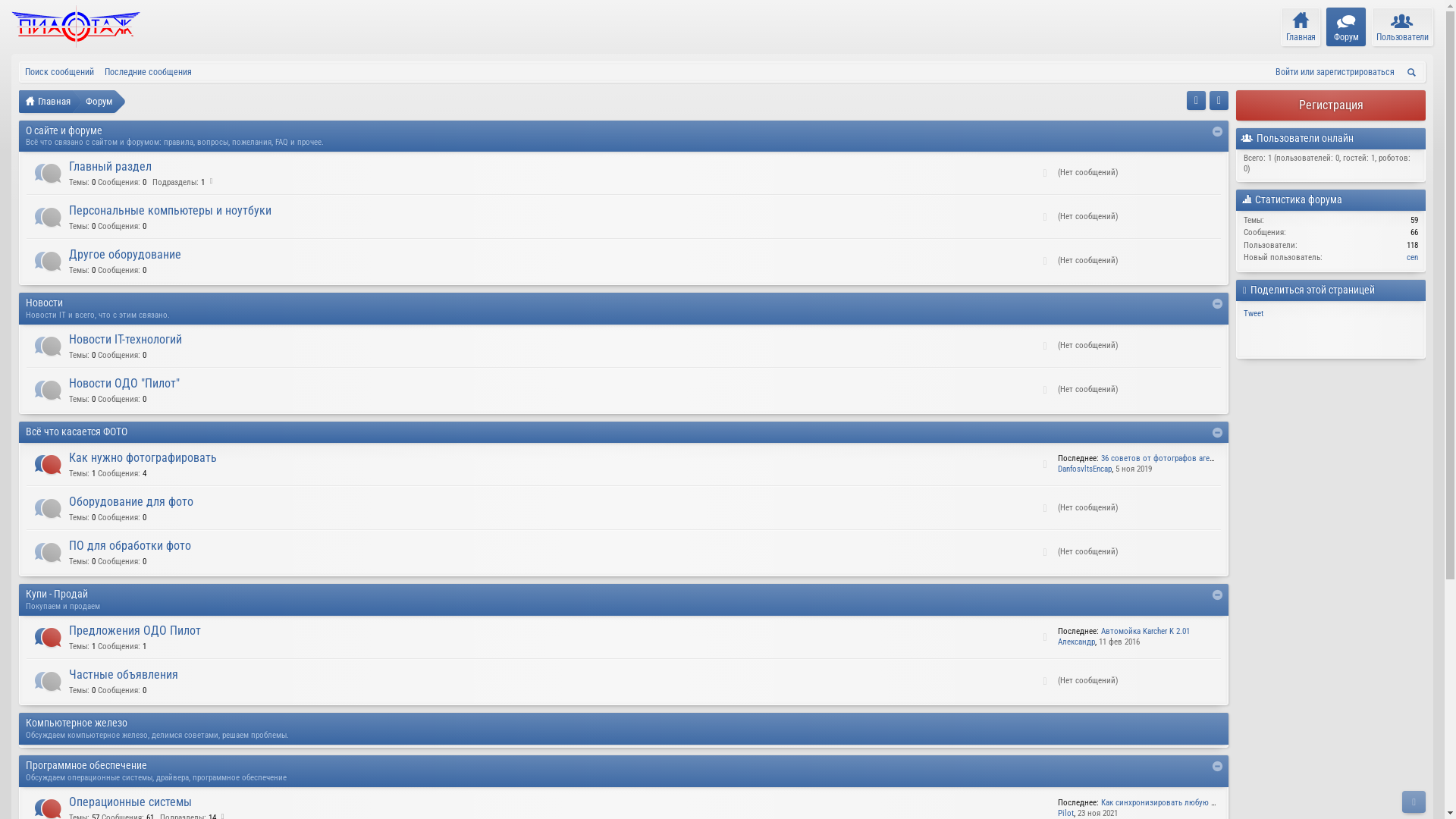  What do you see at coordinates (1253, 312) in the screenshot?
I see `'Tweet'` at bounding box center [1253, 312].